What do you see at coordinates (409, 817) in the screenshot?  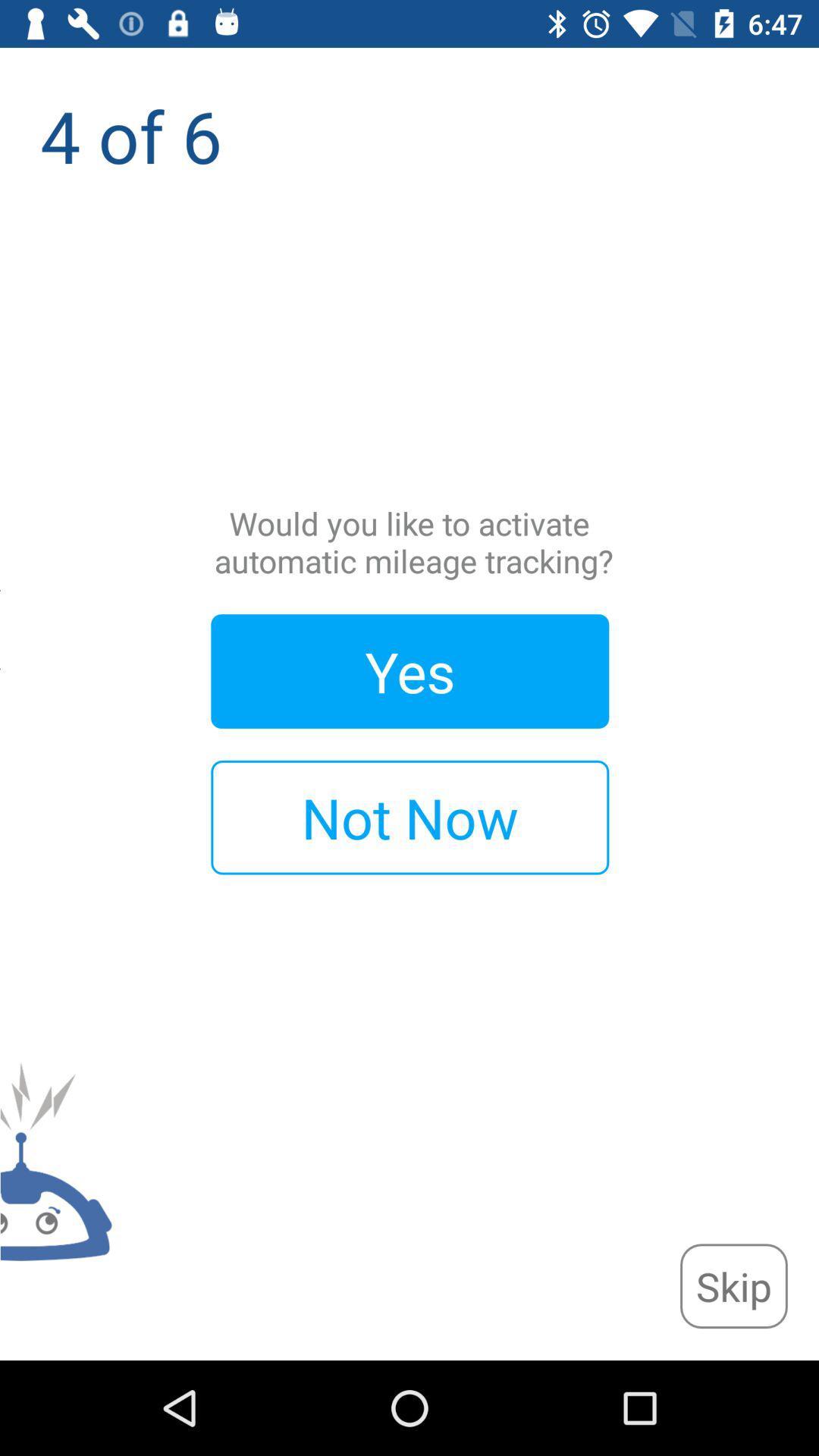 I see `not now icon` at bounding box center [409, 817].